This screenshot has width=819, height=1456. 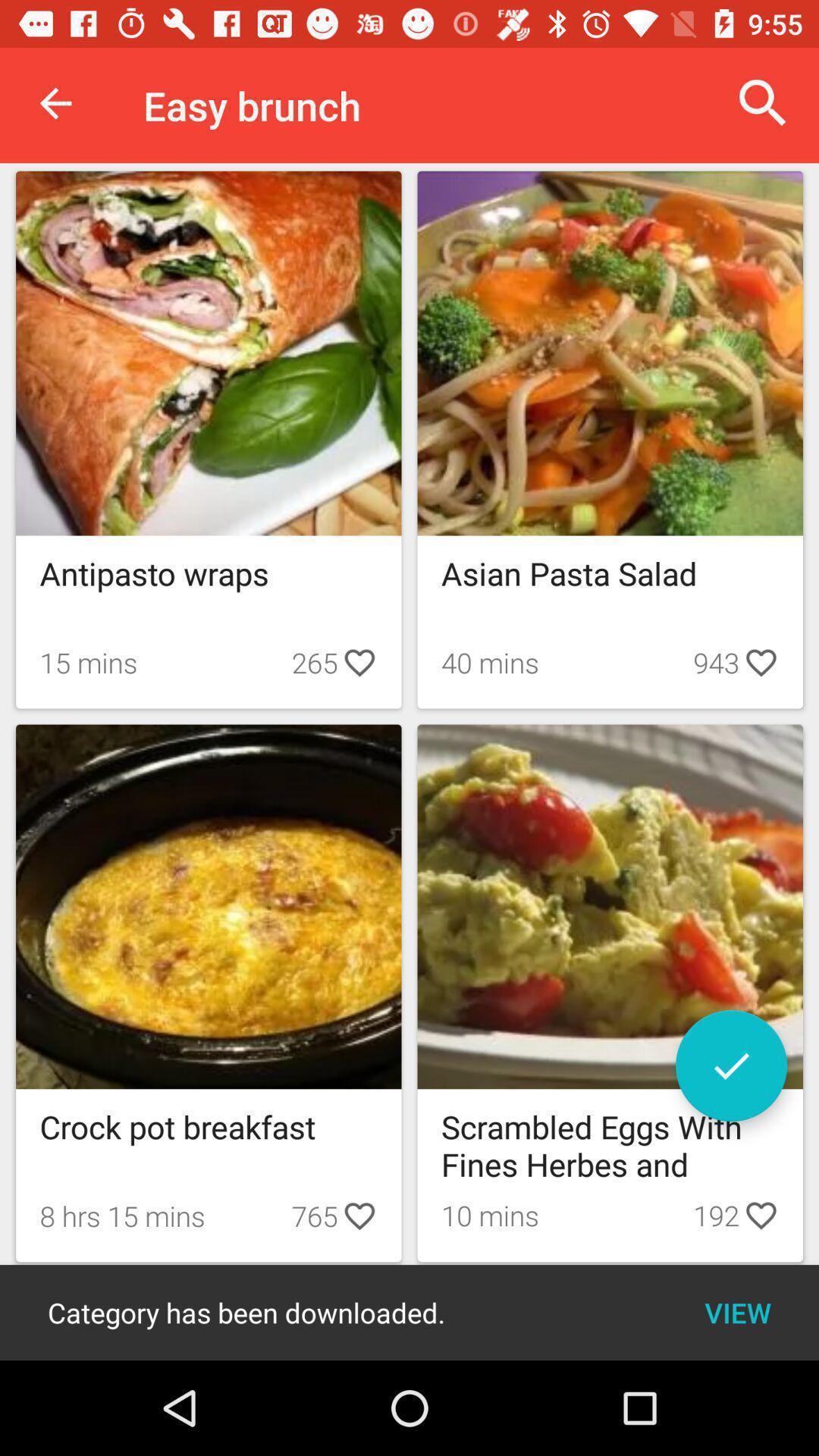 What do you see at coordinates (737, 1312) in the screenshot?
I see `item next to category has been icon` at bounding box center [737, 1312].